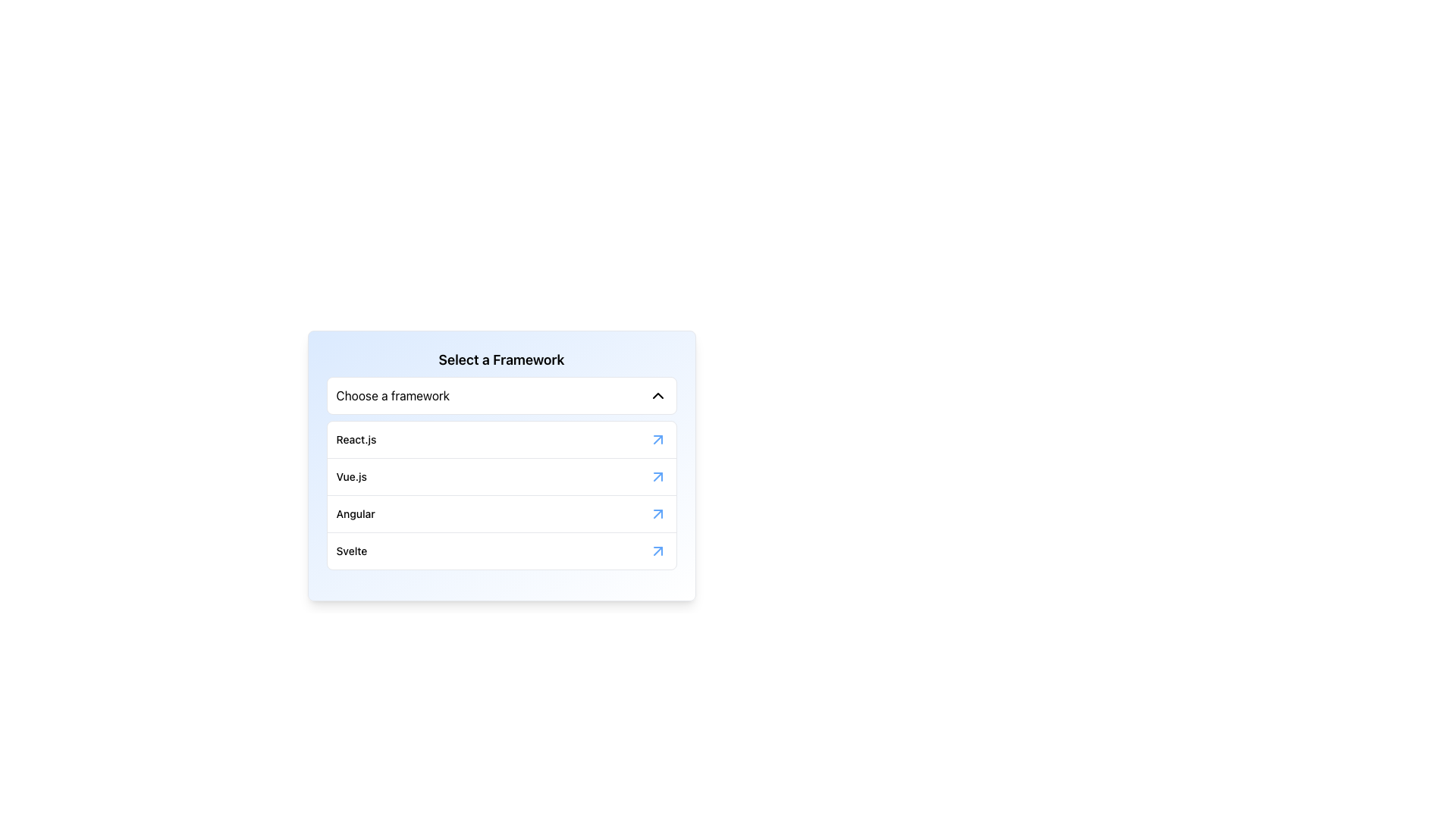 This screenshot has height=819, width=1456. Describe the element at coordinates (350, 475) in the screenshot. I see `the text label indicating the framework option 'Vue.js' in the selectable list of frameworks` at that location.